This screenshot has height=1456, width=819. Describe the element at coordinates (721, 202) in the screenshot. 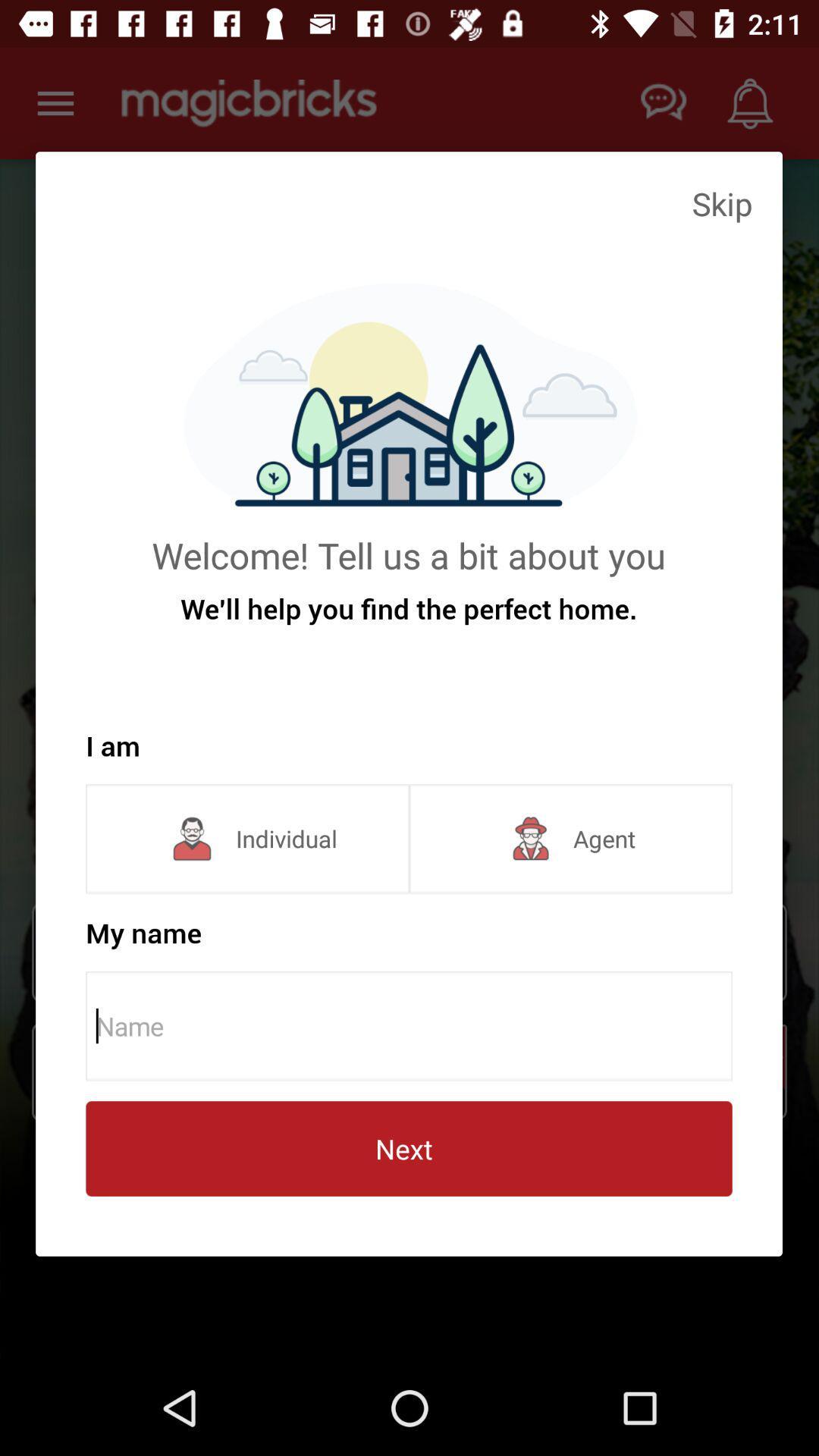

I see `icon at the top right corner` at that location.